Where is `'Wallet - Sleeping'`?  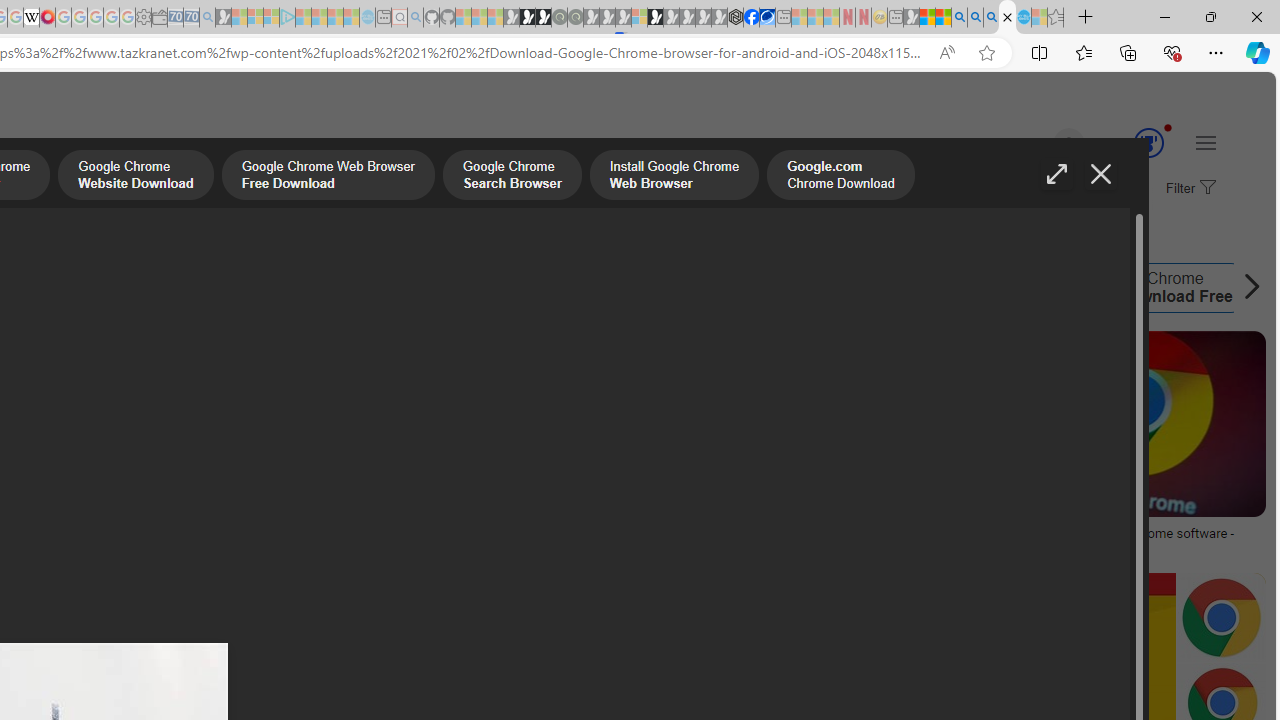 'Wallet - Sleeping' is located at coordinates (160, 17).